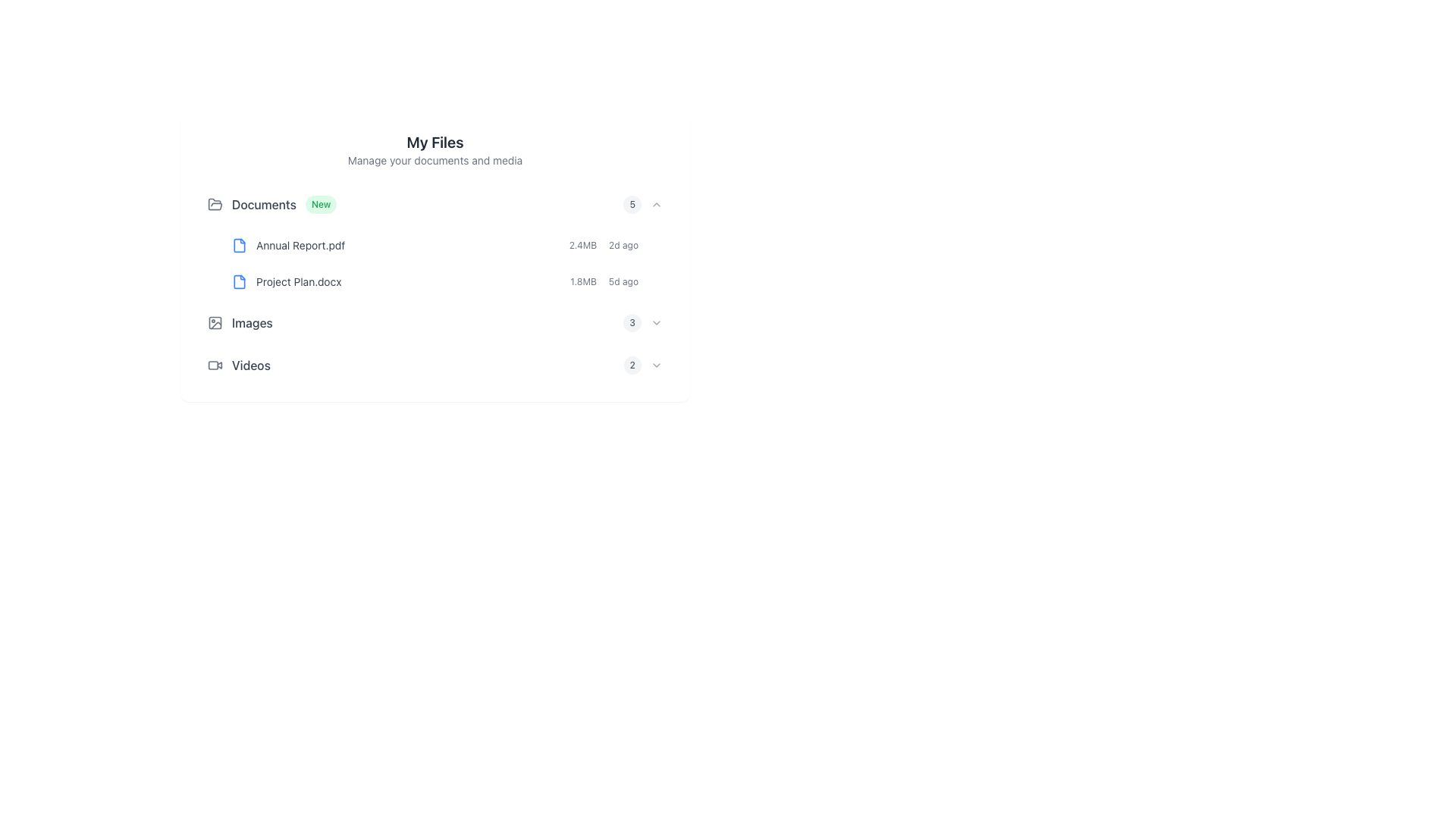 Image resolution: width=1456 pixels, height=819 pixels. What do you see at coordinates (299, 281) in the screenshot?
I see `the text label displaying 'Project Plan.docx' located under the 'Documents' section` at bounding box center [299, 281].